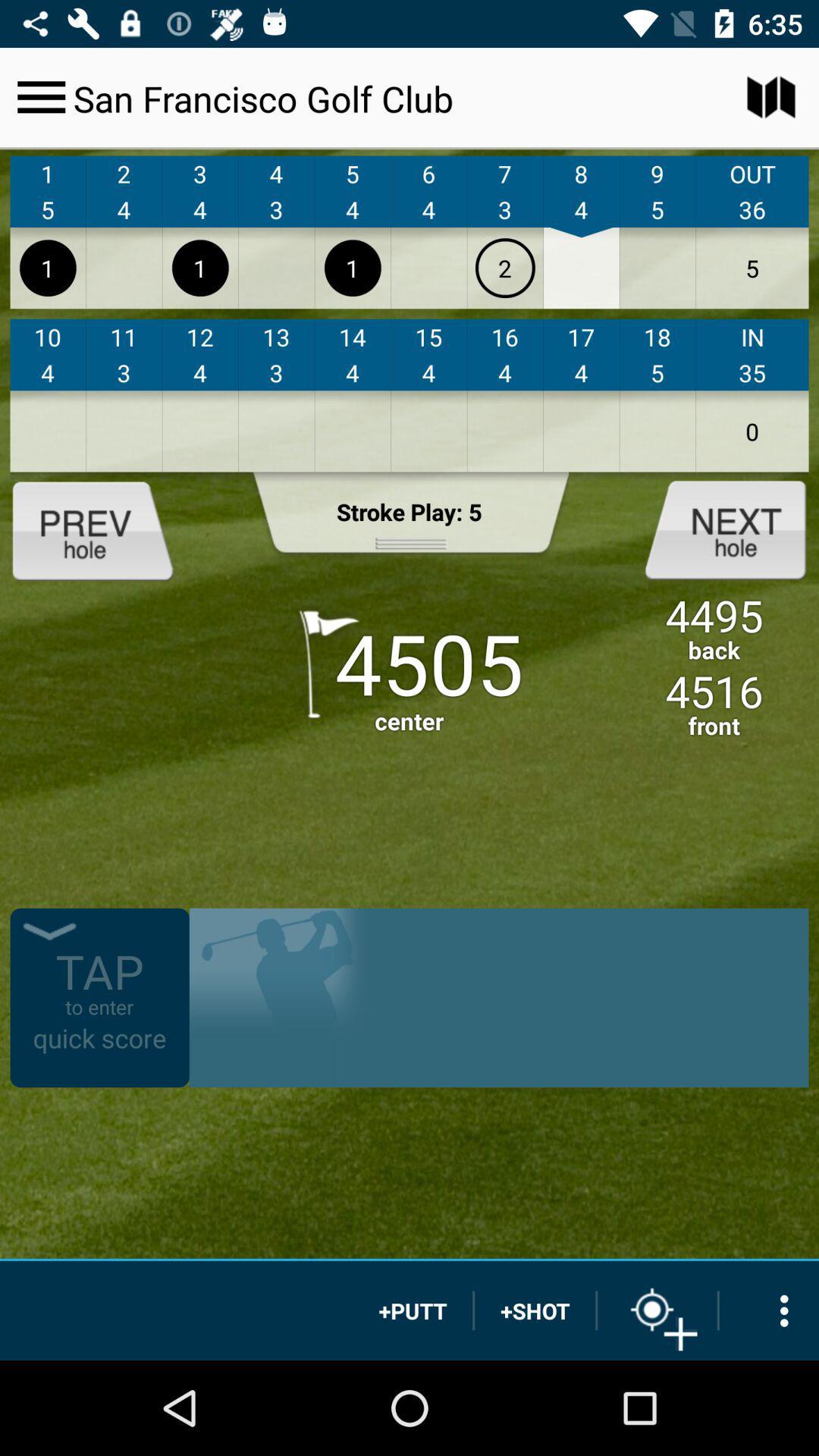 The height and width of the screenshot is (1456, 819). I want to click on the location_crosshair icon, so click(657, 1310).